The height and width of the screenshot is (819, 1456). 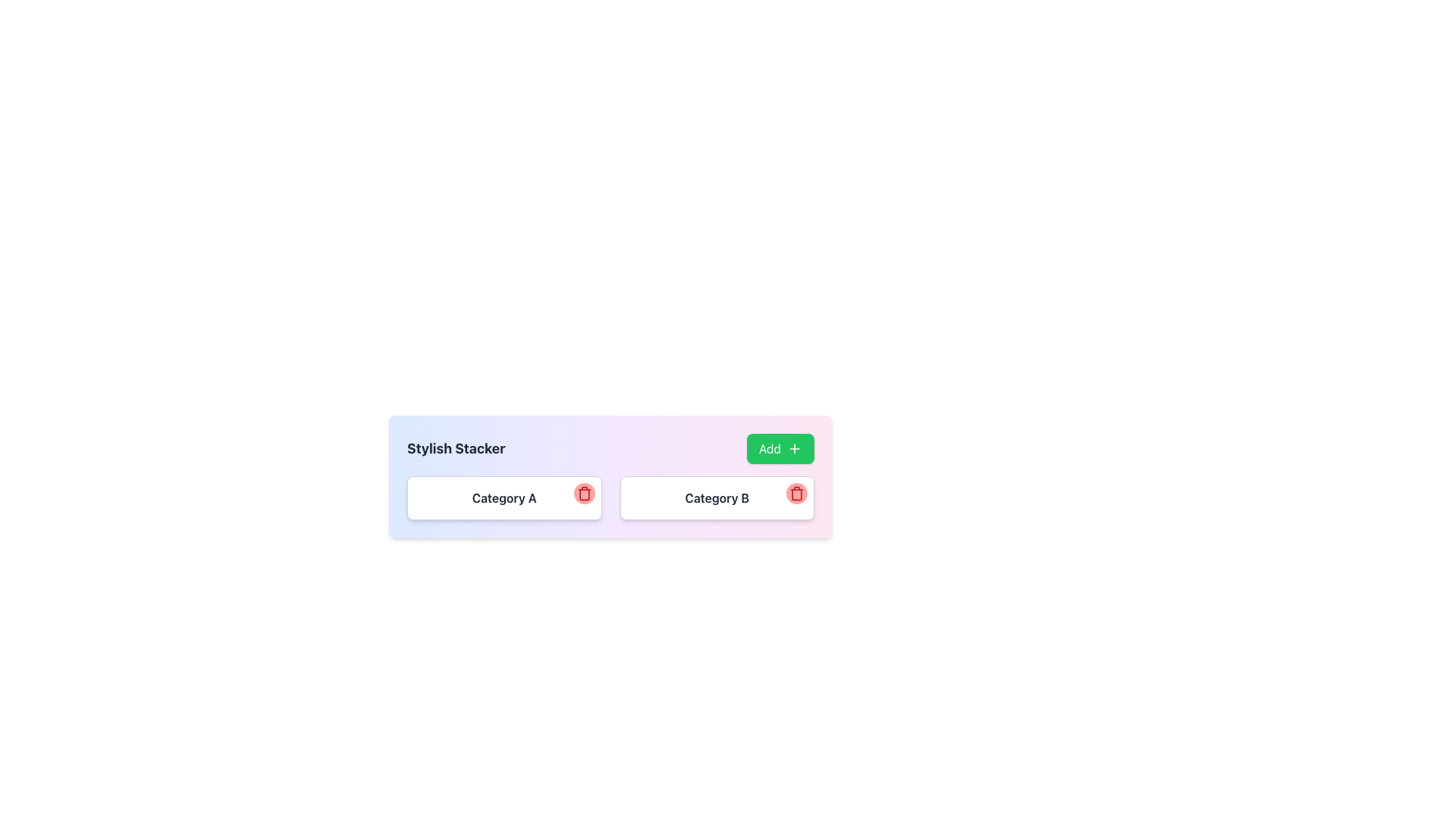 What do you see at coordinates (793, 447) in the screenshot?
I see `the plus sign icon within the green 'Add' button located in the top right corner` at bounding box center [793, 447].